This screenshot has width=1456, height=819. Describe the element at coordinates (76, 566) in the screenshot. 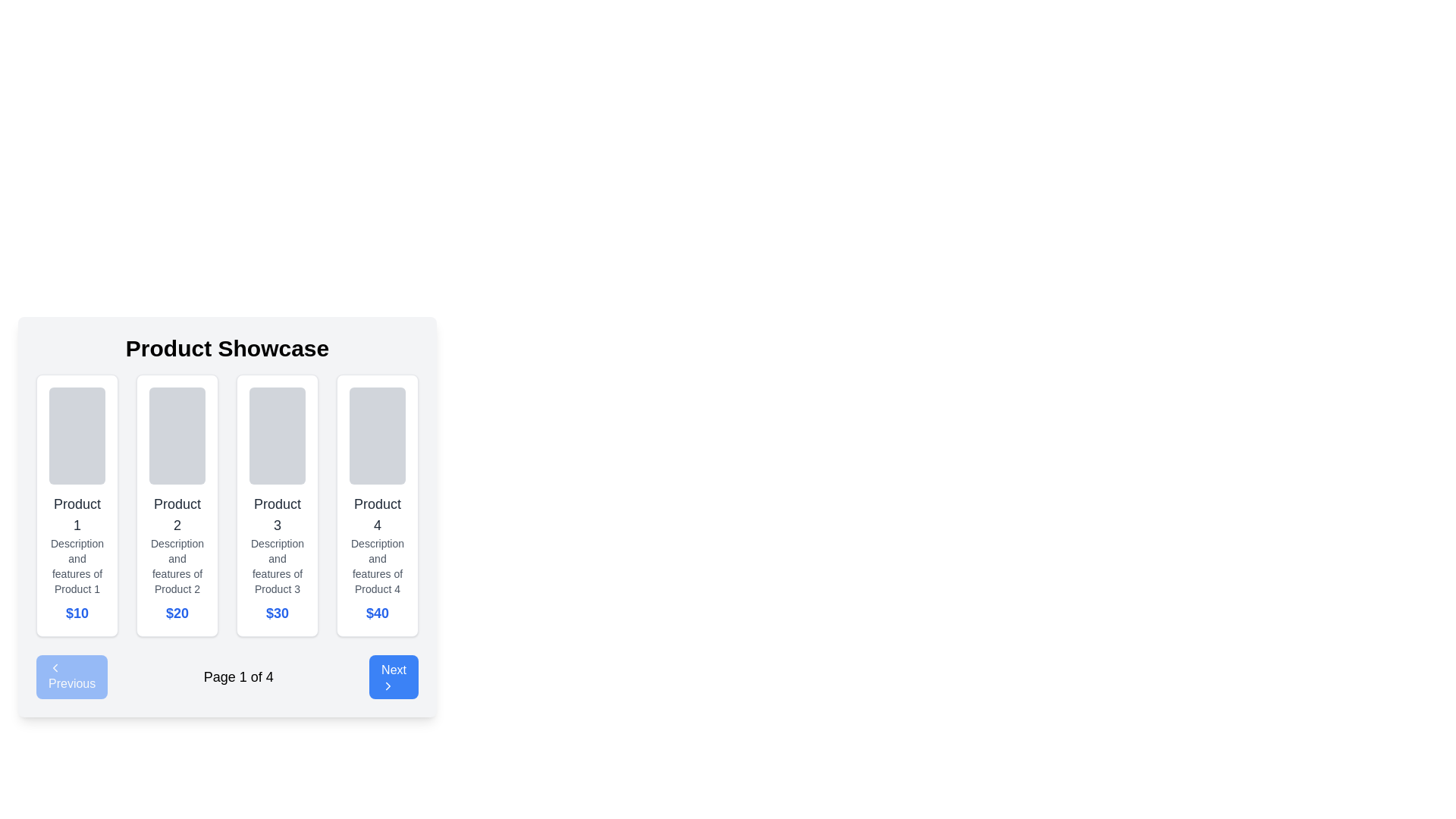

I see `the text block styled with small, gray-colored font that displays 'Description and features of Product 1', located below the title 'Product 1' and above the price label within the product card for 'Product 1'` at that location.